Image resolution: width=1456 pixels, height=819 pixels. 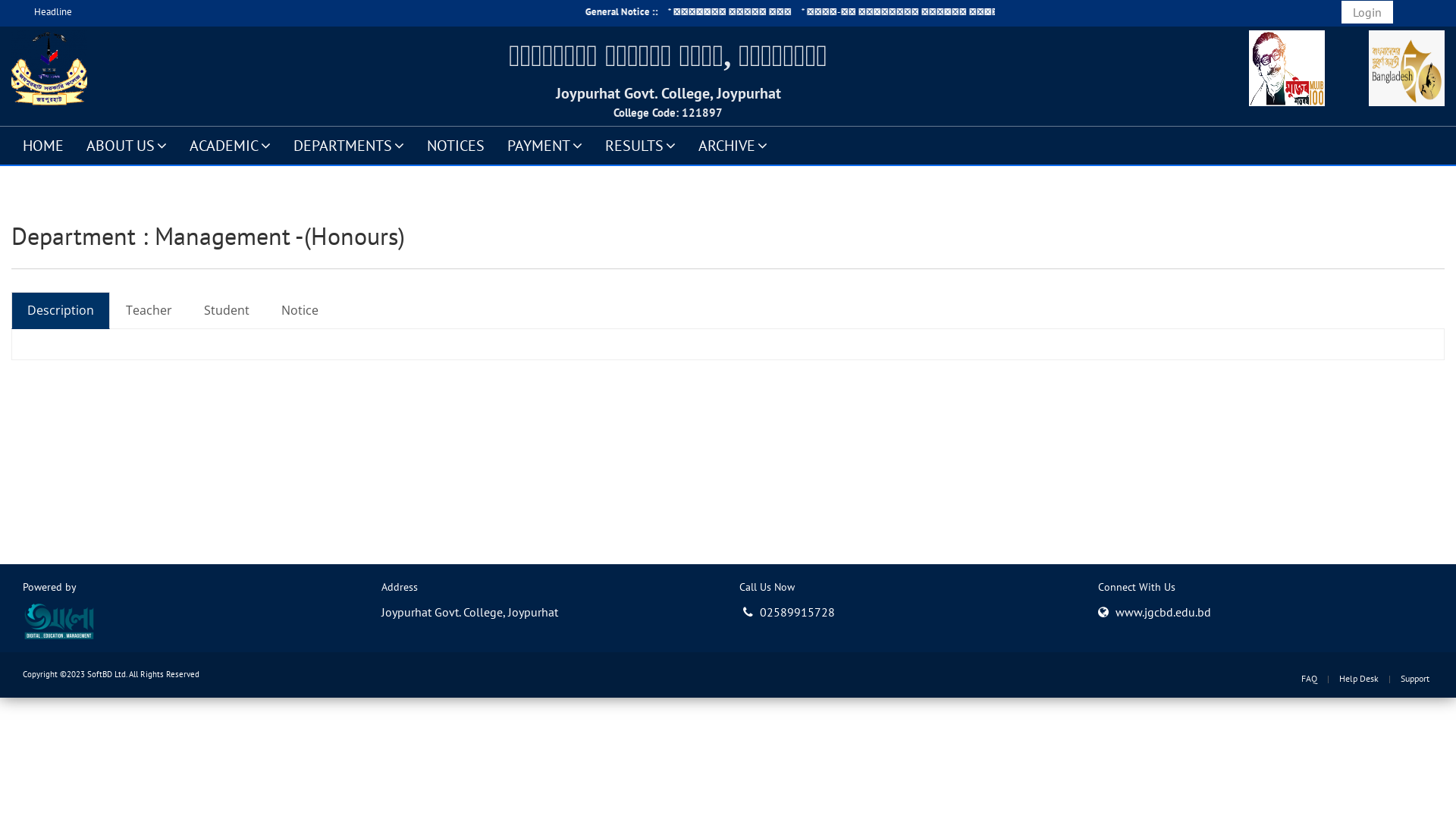 What do you see at coordinates (454, 145) in the screenshot?
I see `'NOTICES'` at bounding box center [454, 145].